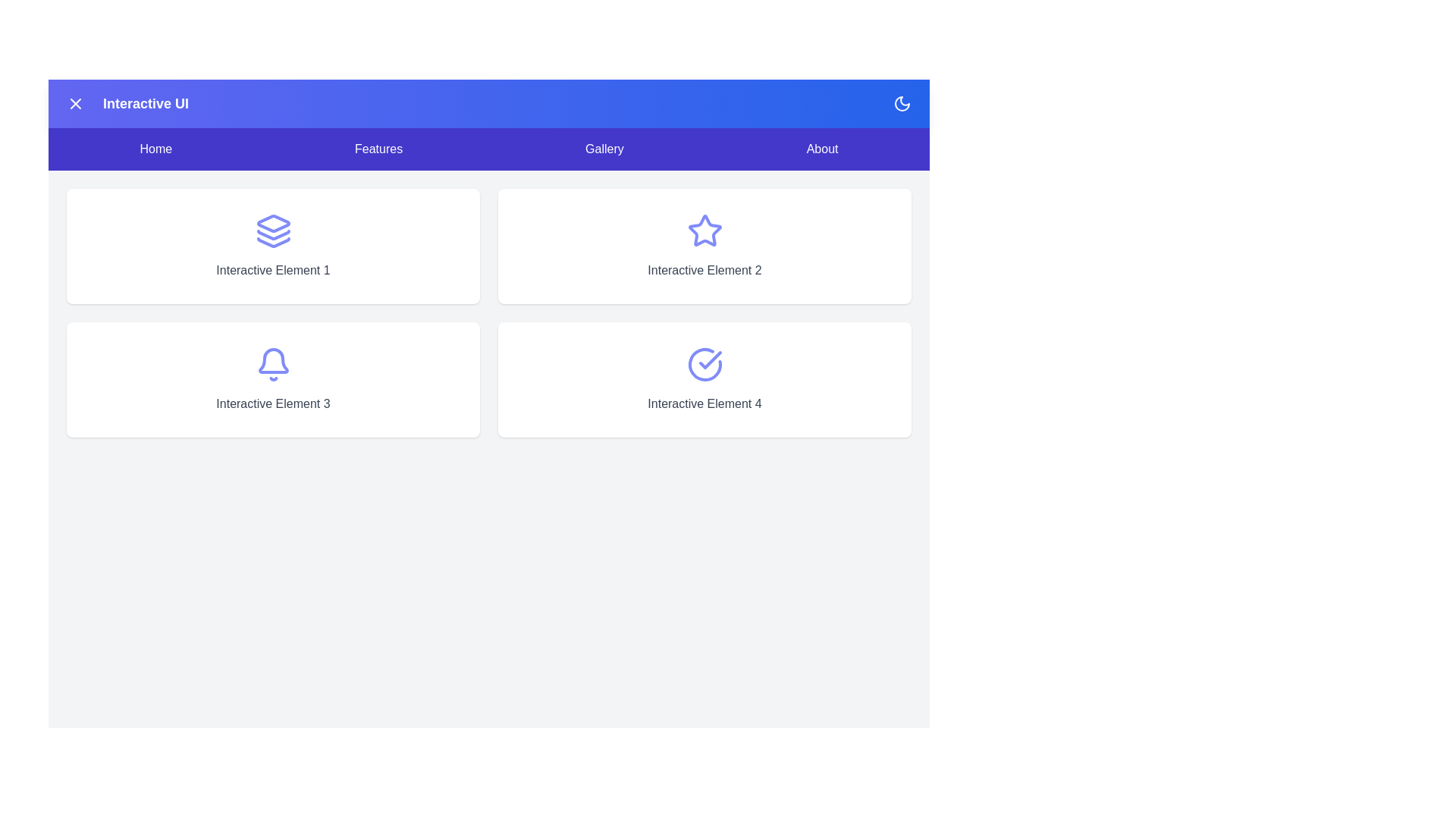 The height and width of the screenshot is (819, 1456). Describe the element at coordinates (603, 149) in the screenshot. I see `the Gallery navigation menu item` at that location.